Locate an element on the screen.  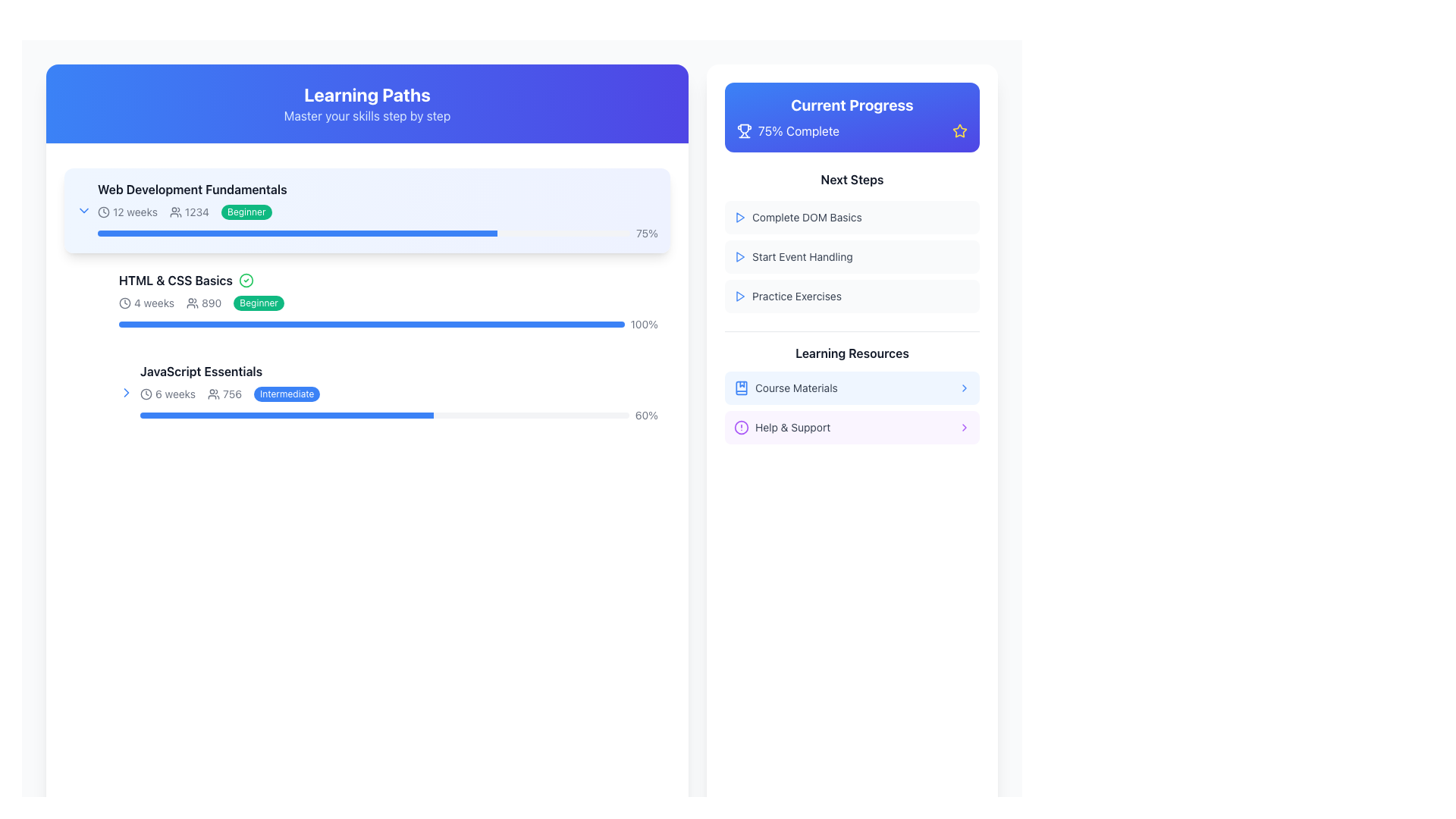
the participant count text element located in the first entry of the 'Web Development Fundamentals' list, positioned to the right of '12 weeks' and to the left of the 'Beginner' label is located at coordinates (188, 212).